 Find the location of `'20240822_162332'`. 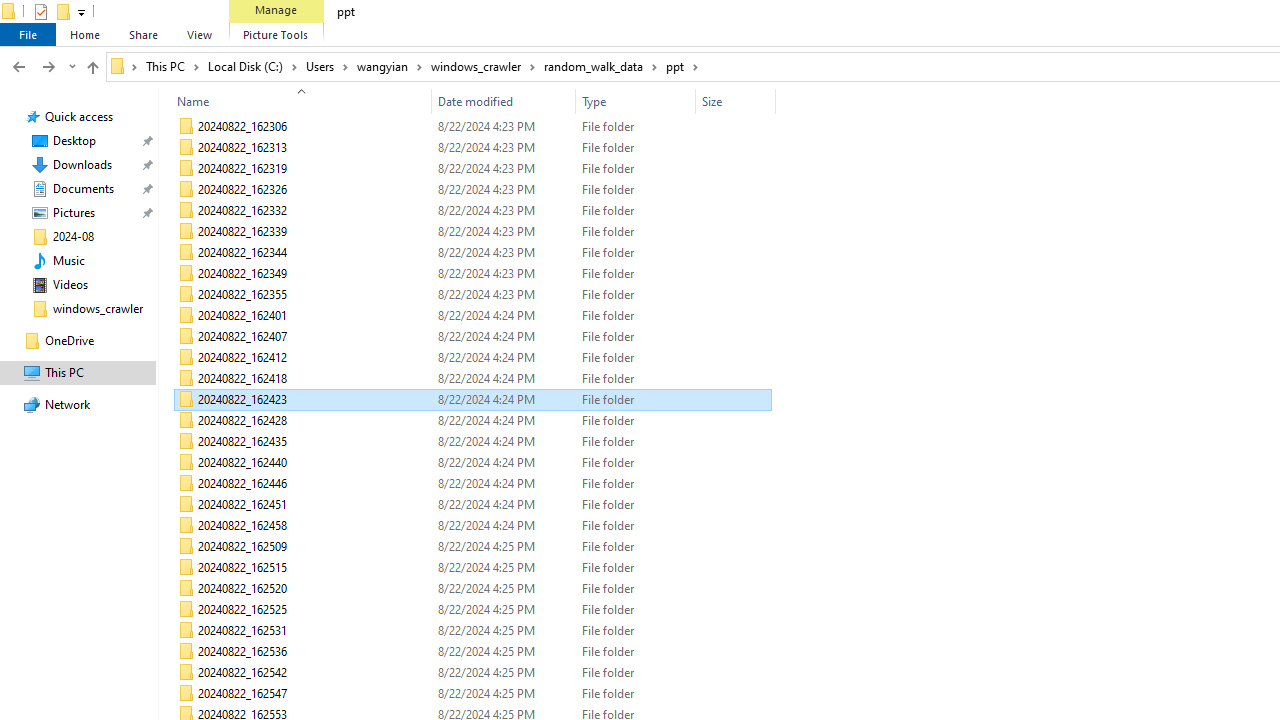

'20240822_162332' is located at coordinates (471, 210).